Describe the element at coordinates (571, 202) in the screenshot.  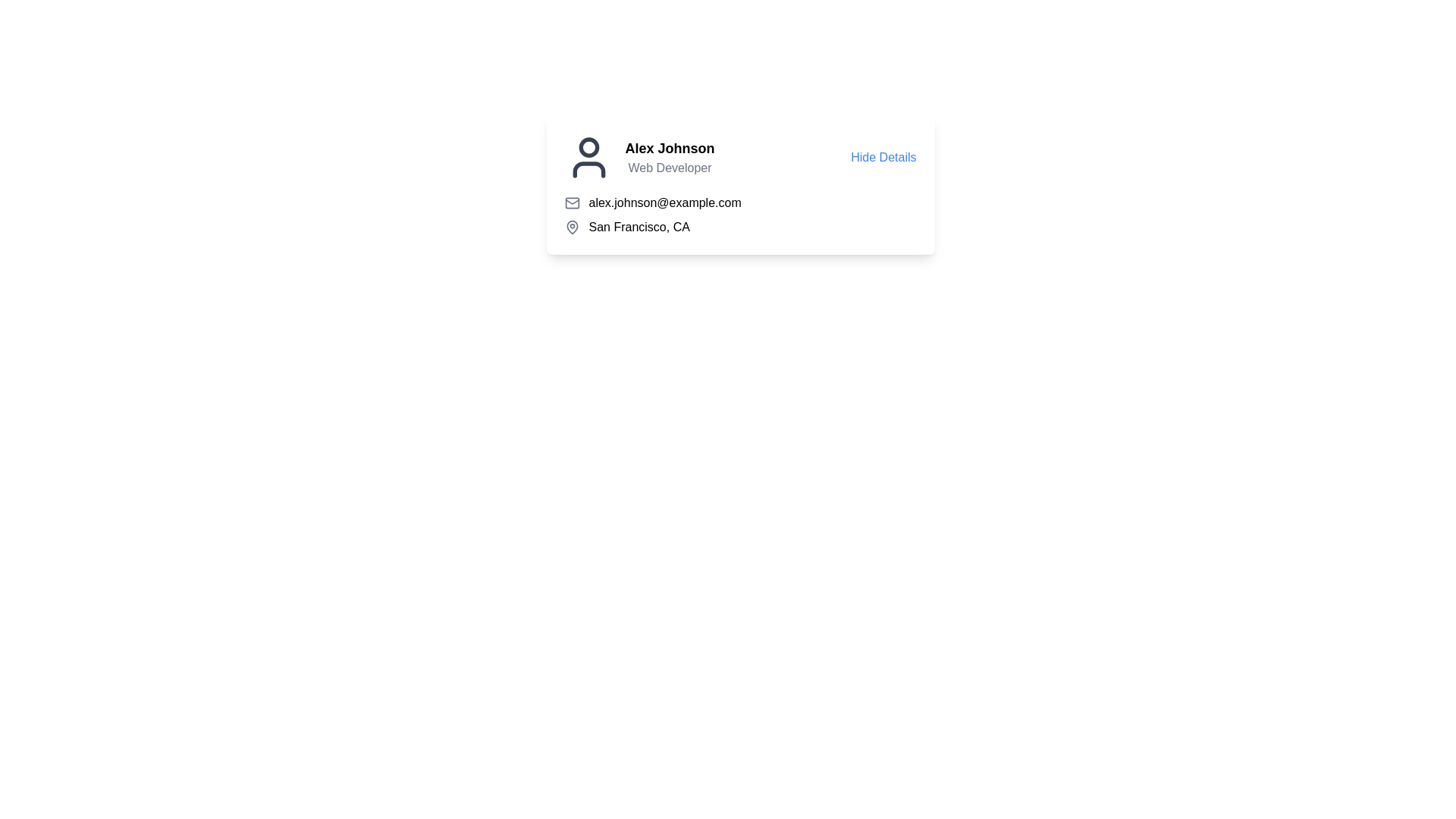
I see `the envelope body of the mail icon, which is located on the left side of the email address 'alex.johnson@example.com' within a card layout` at that location.